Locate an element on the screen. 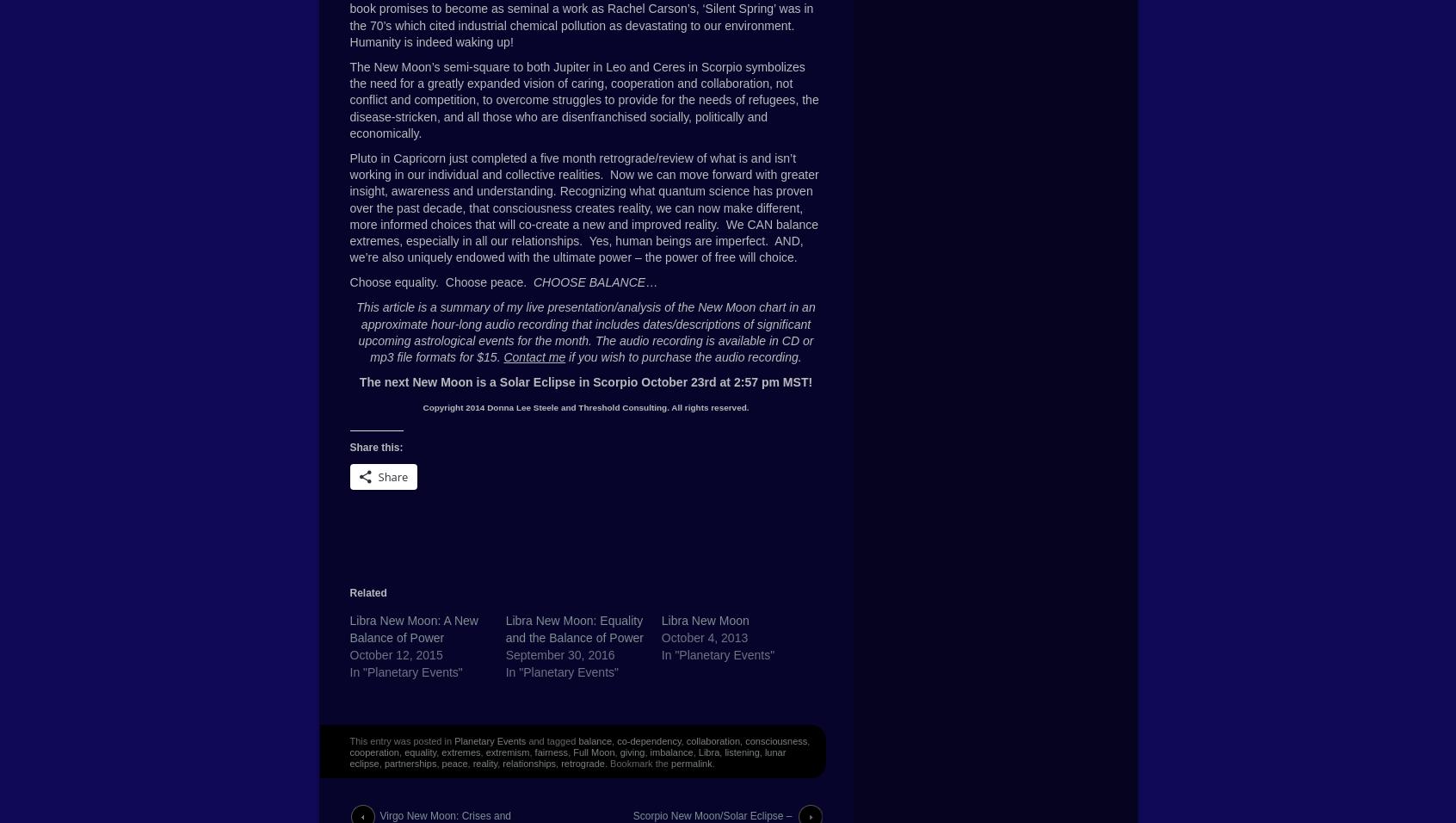 This screenshot has width=1456, height=823. 'Contact me' is located at coordinates (533, 356).